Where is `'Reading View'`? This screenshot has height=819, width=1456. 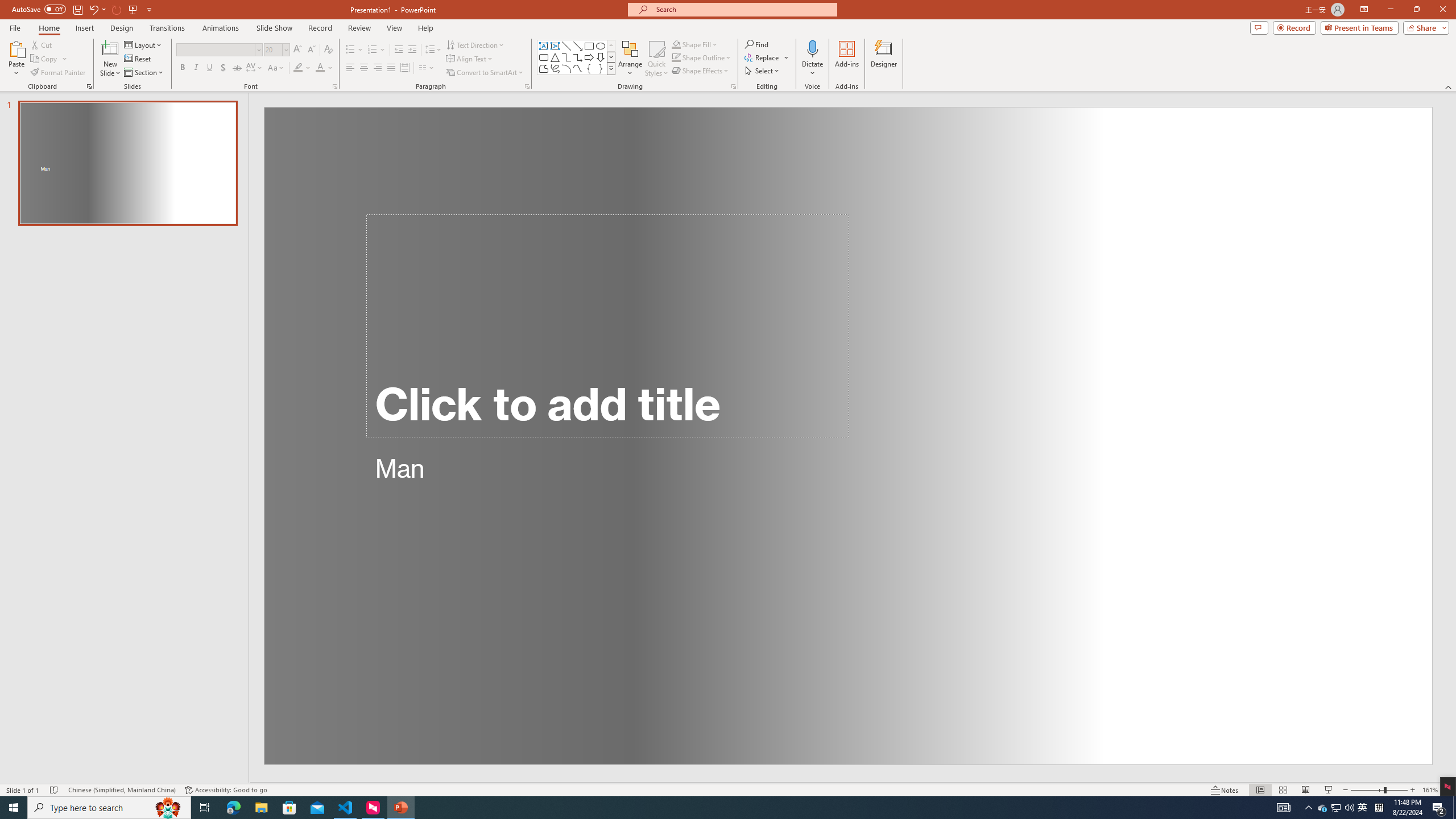
'Reading View' is located at coordinates (1305, 790).